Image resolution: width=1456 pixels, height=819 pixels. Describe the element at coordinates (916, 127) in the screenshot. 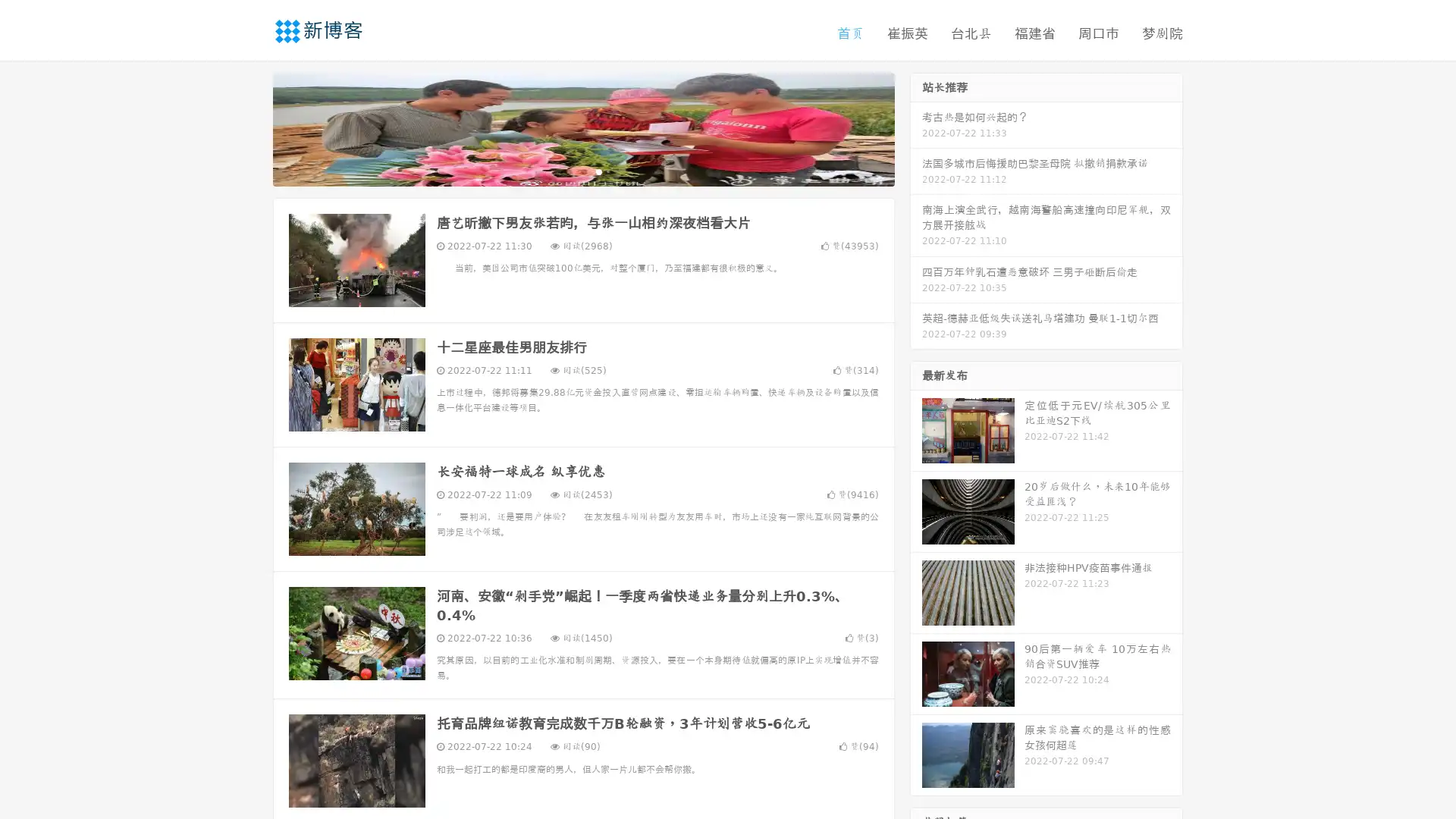

I see `Next slide` at that location.